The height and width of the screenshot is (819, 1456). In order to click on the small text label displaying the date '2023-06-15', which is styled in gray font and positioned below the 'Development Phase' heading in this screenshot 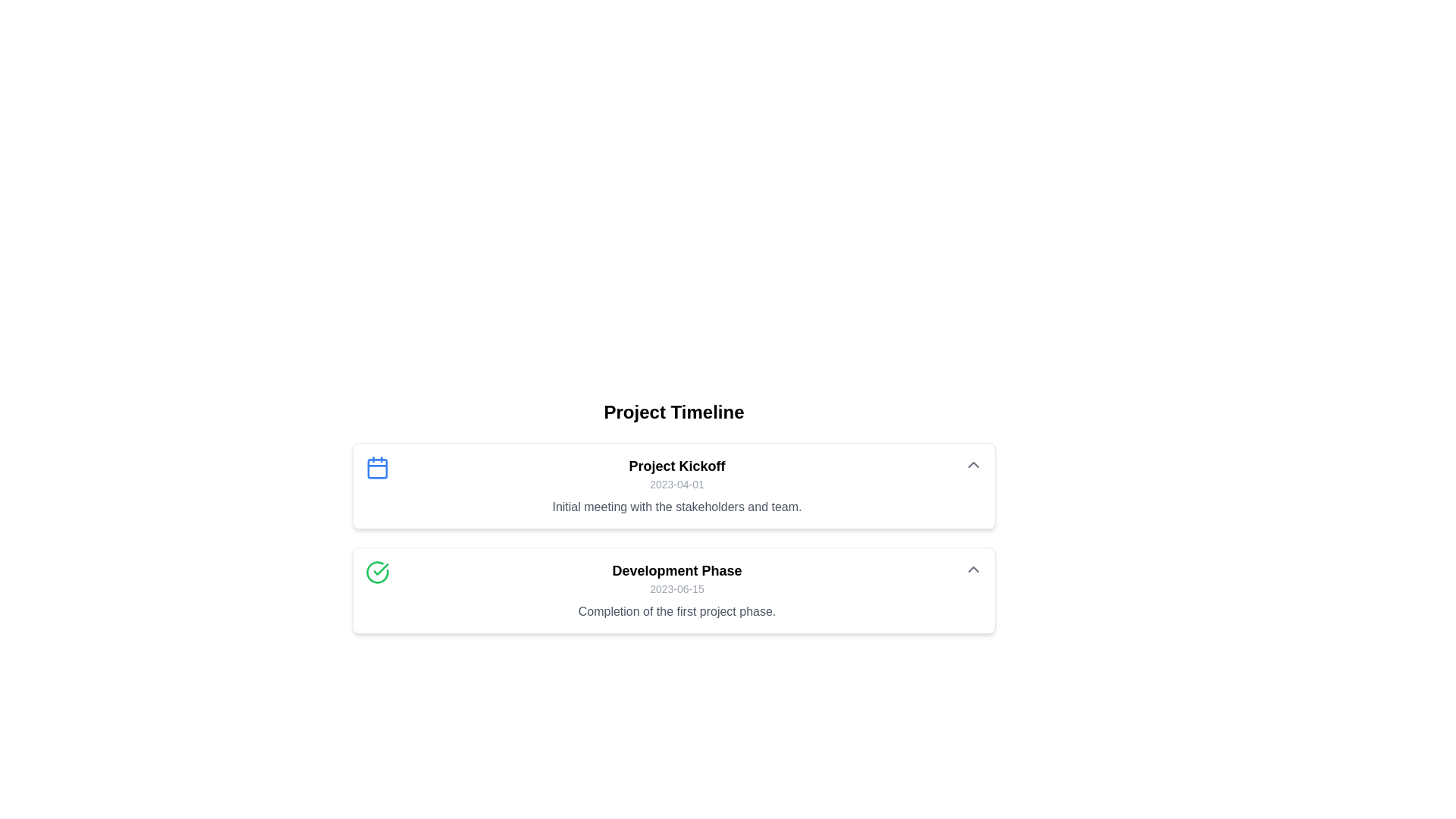, I will do `click(676, 588)`.